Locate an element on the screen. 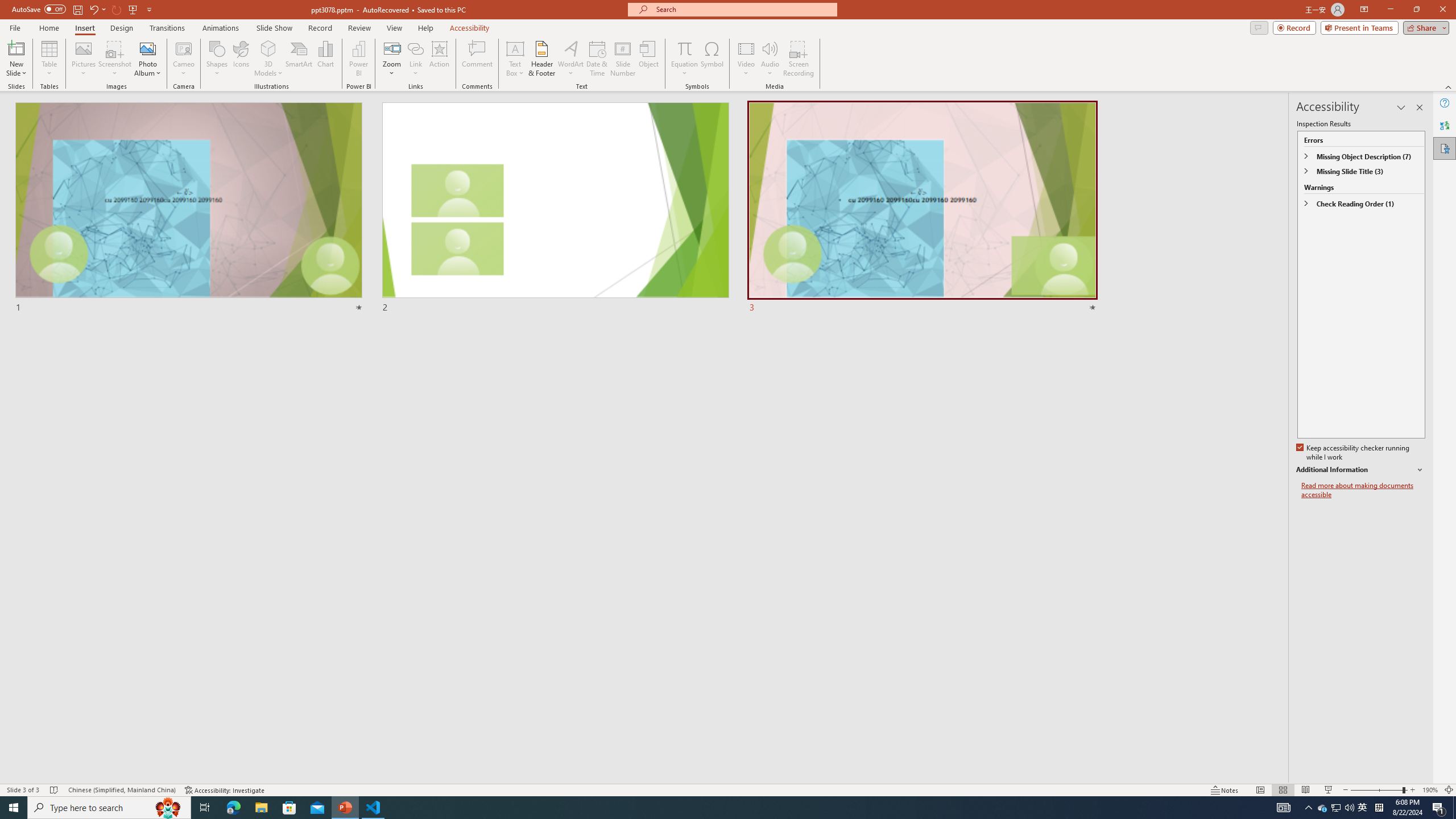  'Icons' is located at coordinates (241, 59).